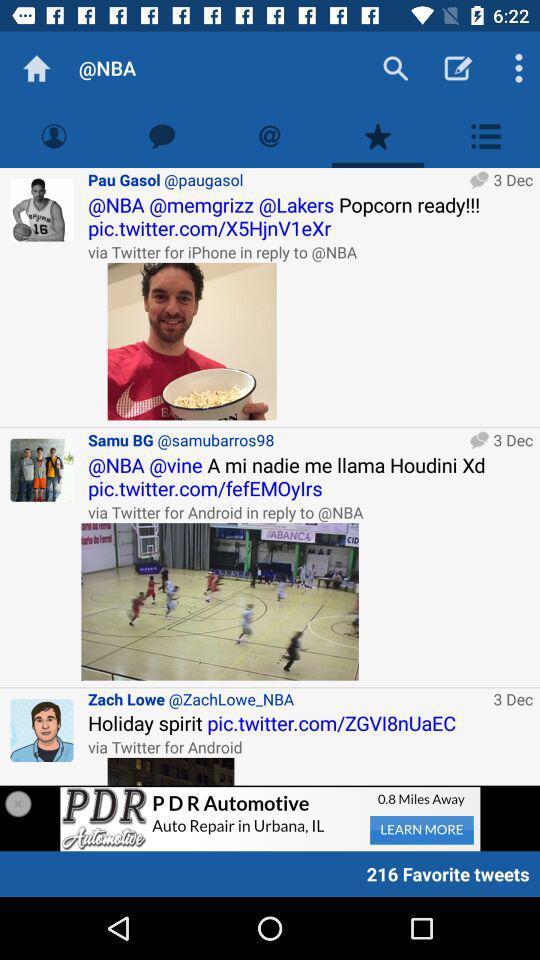 Image resolution: width=540 pixels, height=960 pixels. I want to click on show list, so click(485, 135).